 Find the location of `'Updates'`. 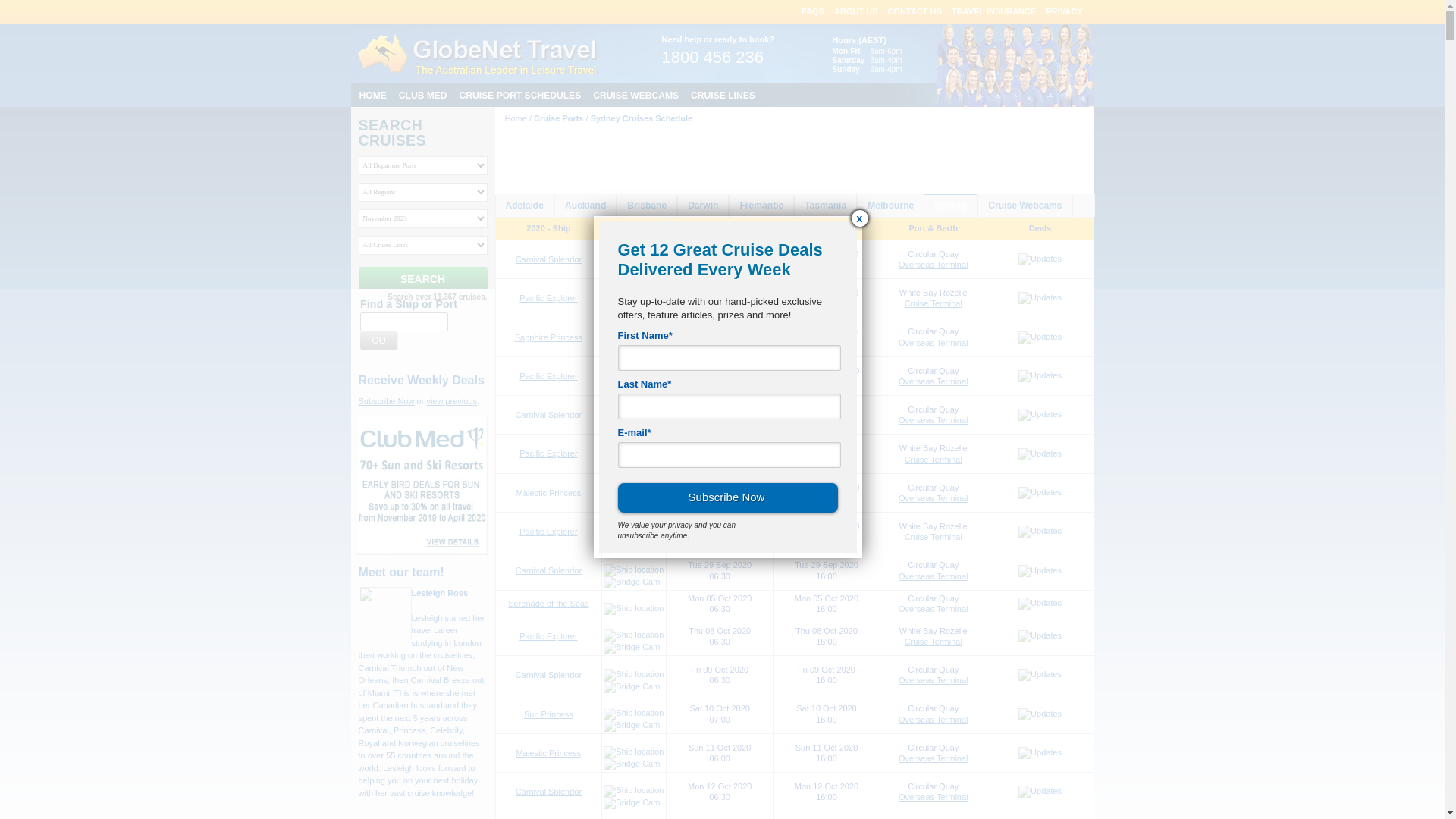

'Updates' is located at coordinates (1039, 531).